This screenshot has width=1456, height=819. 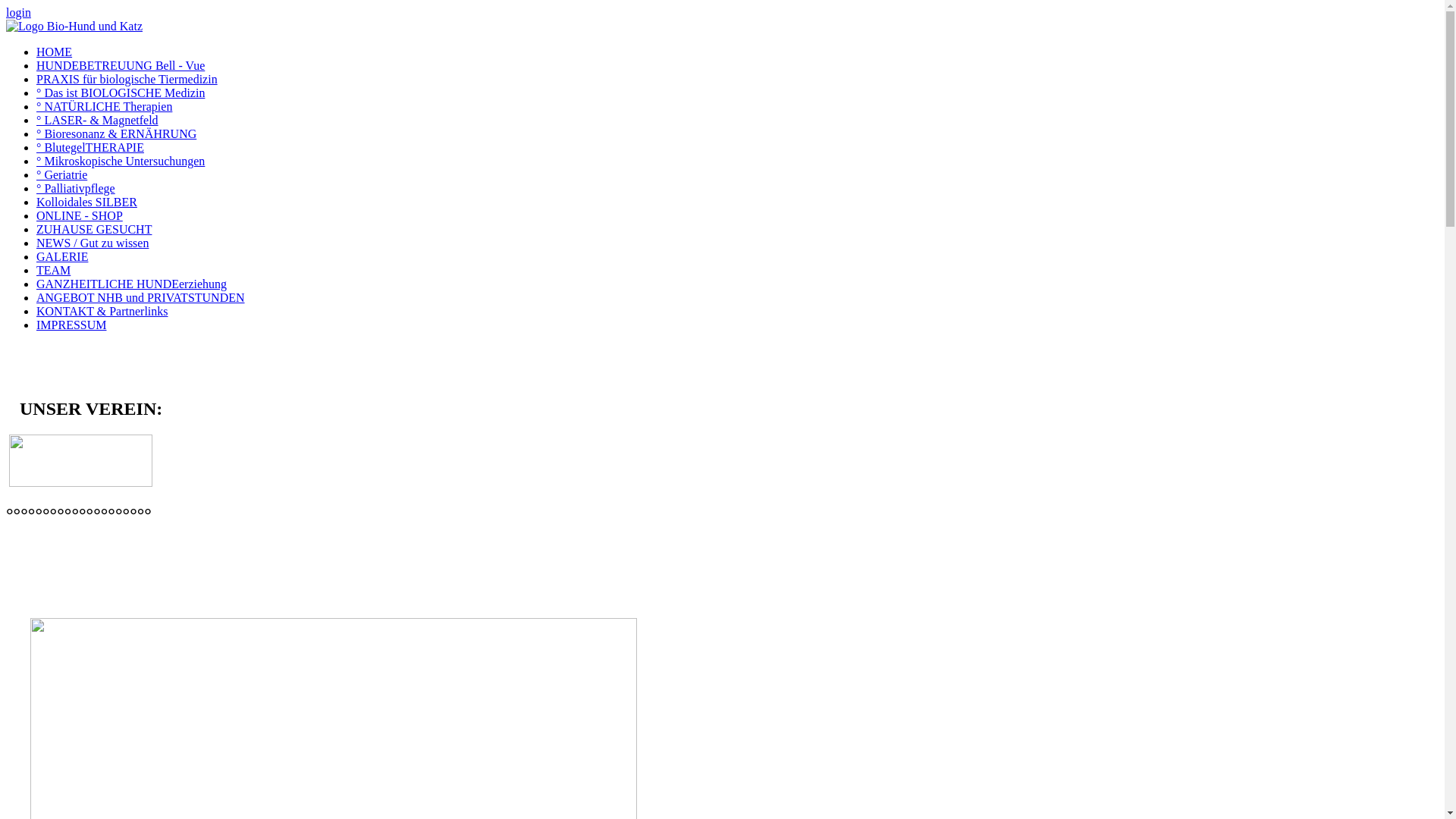 I want to click on 'login', so click(x=18, y=12).